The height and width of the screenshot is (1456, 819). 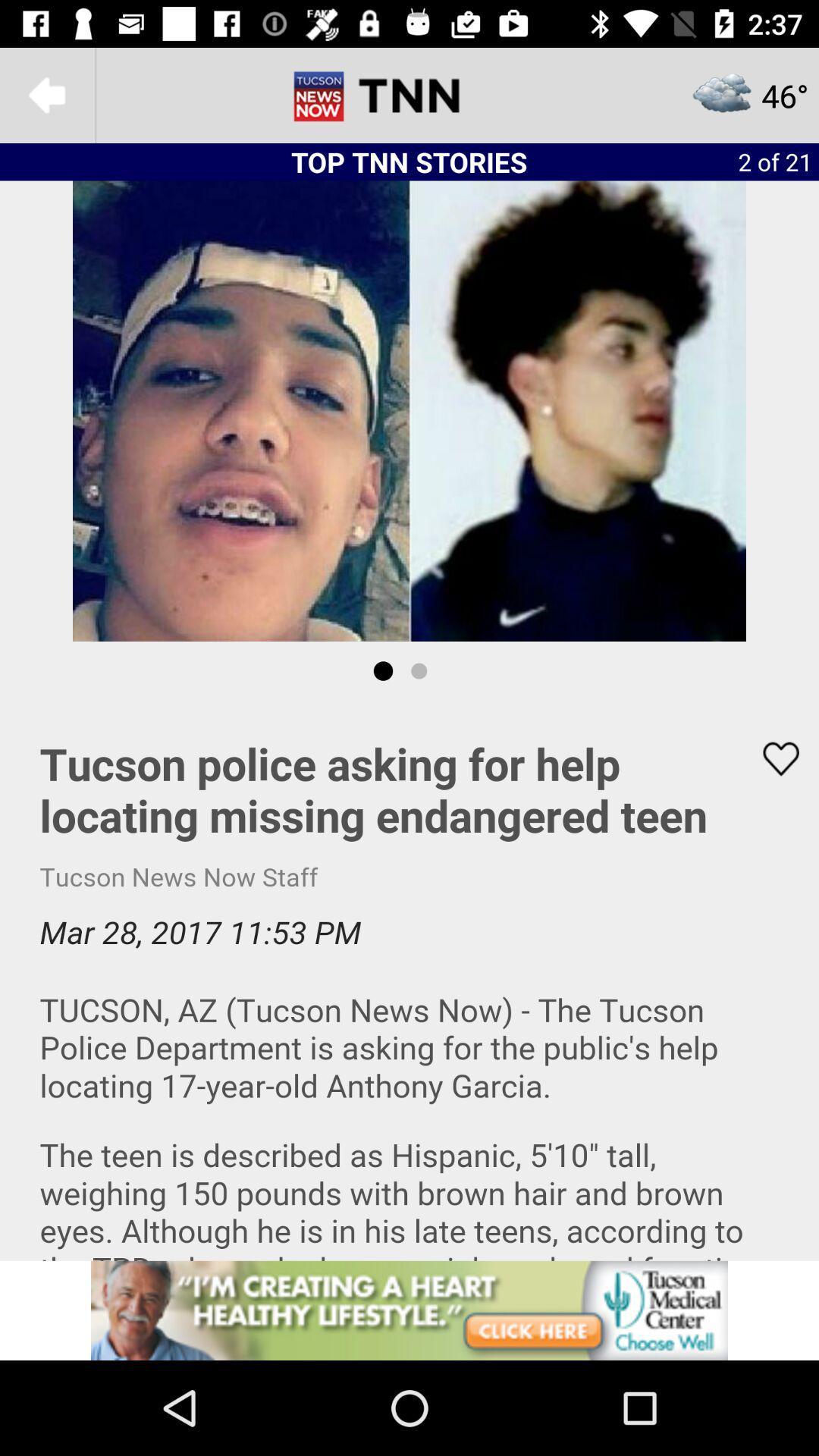 I want to click on open advertisement, so click(x=409, y=1310).